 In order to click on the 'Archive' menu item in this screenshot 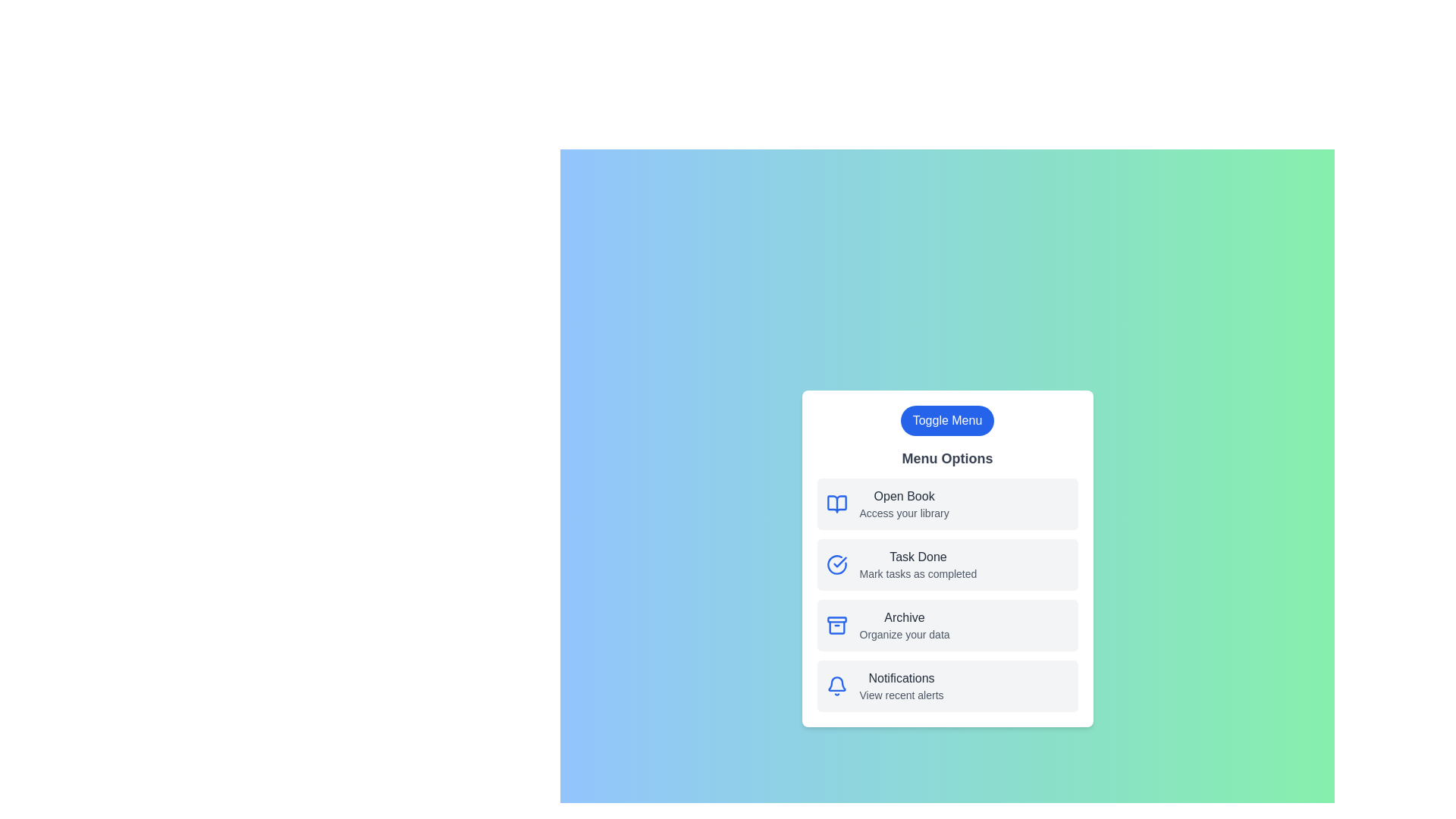, I will do `click(905, 617)`.